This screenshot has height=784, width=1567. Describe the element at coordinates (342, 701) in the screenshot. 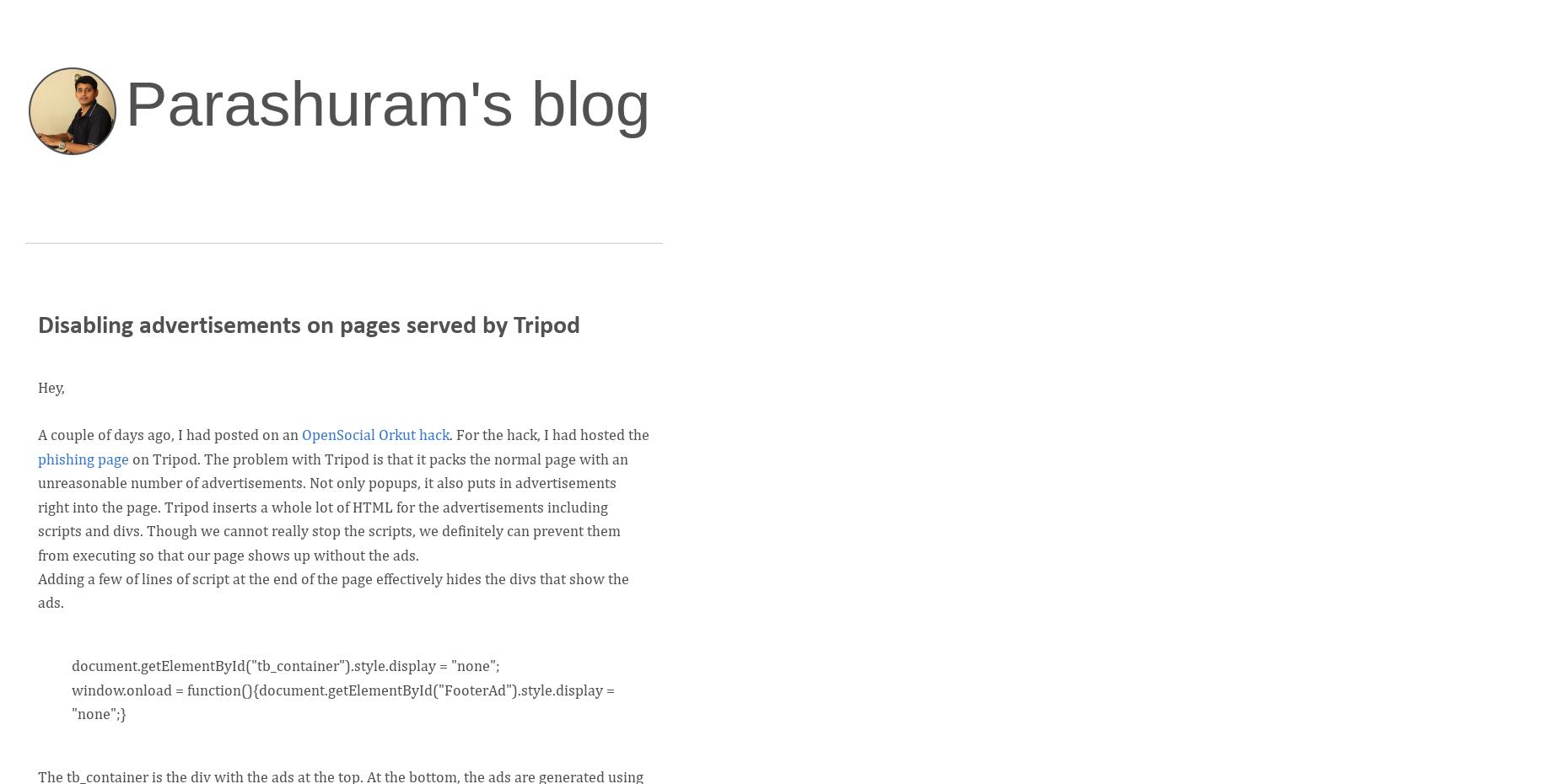

I see `'window.onload = function(){document.getElementById("FooterAd").style.display = "none";}'` at that location.